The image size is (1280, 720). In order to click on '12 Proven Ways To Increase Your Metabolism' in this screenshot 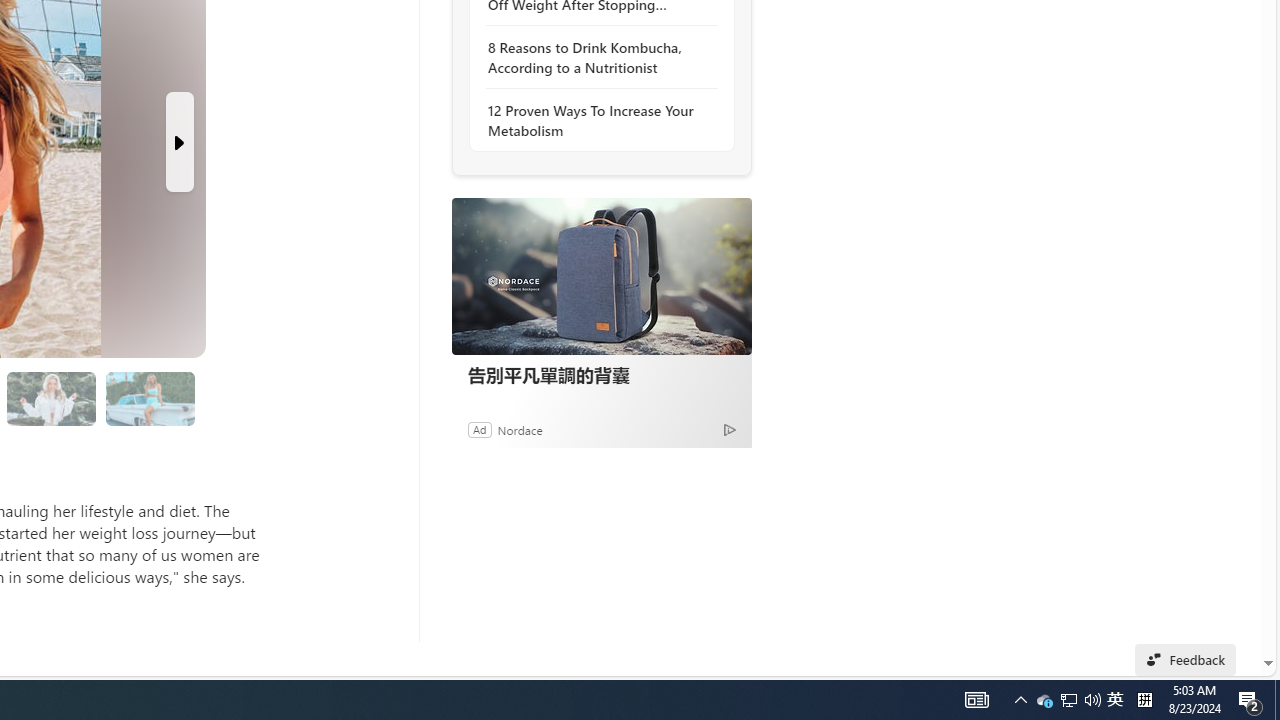, I will do `click(595, 120)`.